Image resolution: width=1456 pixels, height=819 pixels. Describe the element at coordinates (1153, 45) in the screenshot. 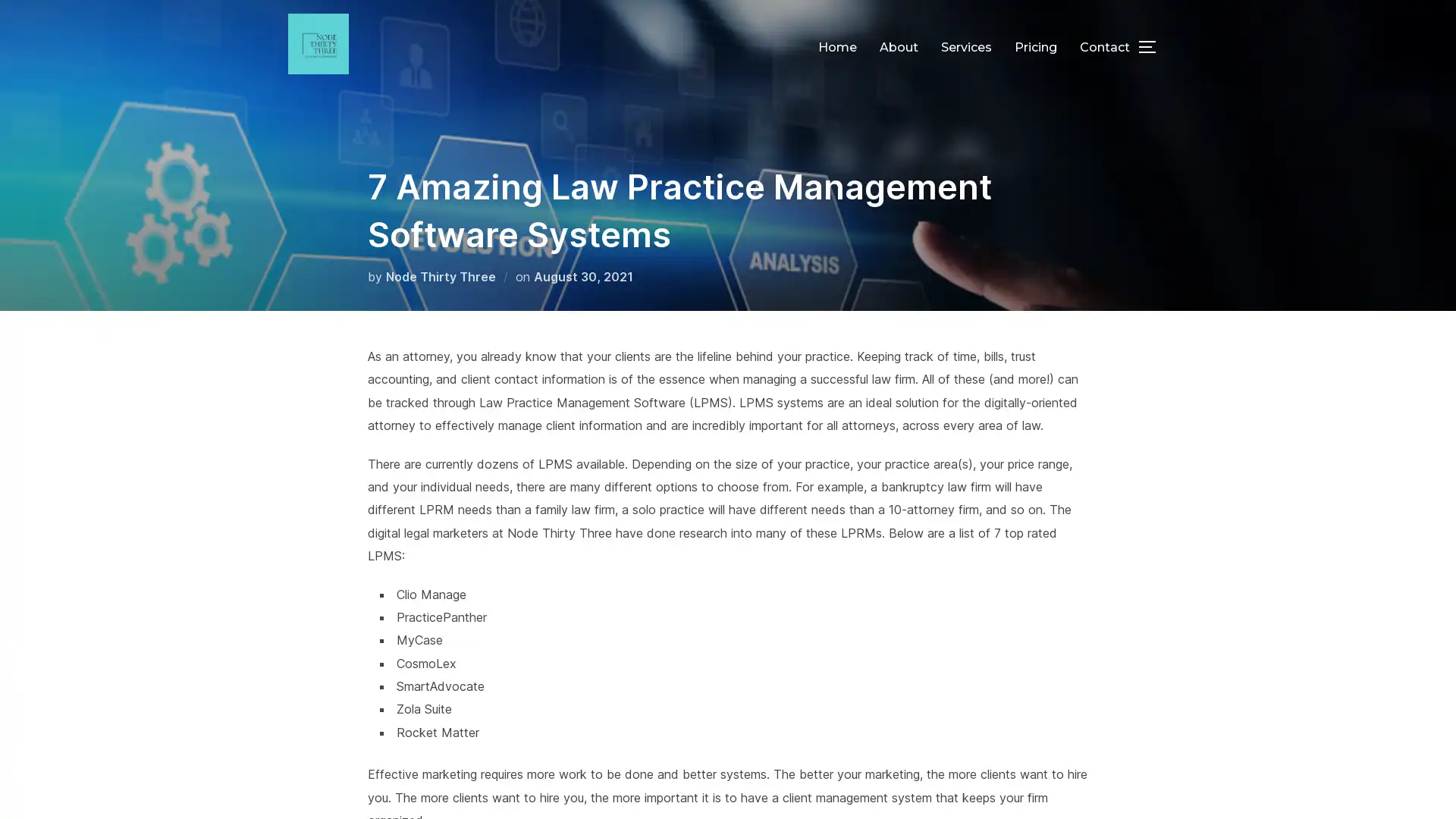

I see `TOGGLE SIDEBAR & NAVIGATION` at that location.